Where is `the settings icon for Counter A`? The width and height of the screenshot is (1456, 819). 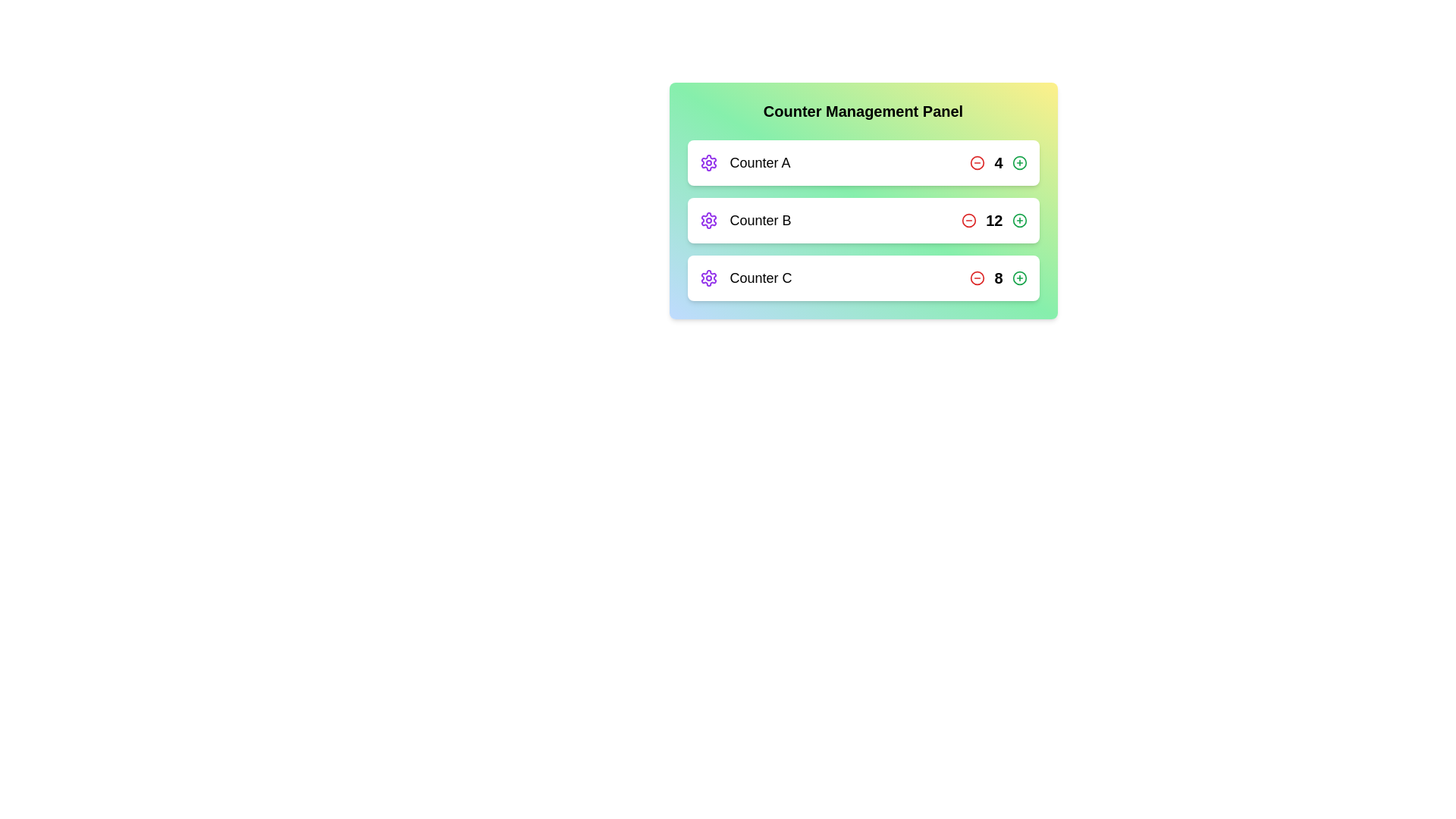
the settings icon for Counter A is located at coordinates (708, 163).